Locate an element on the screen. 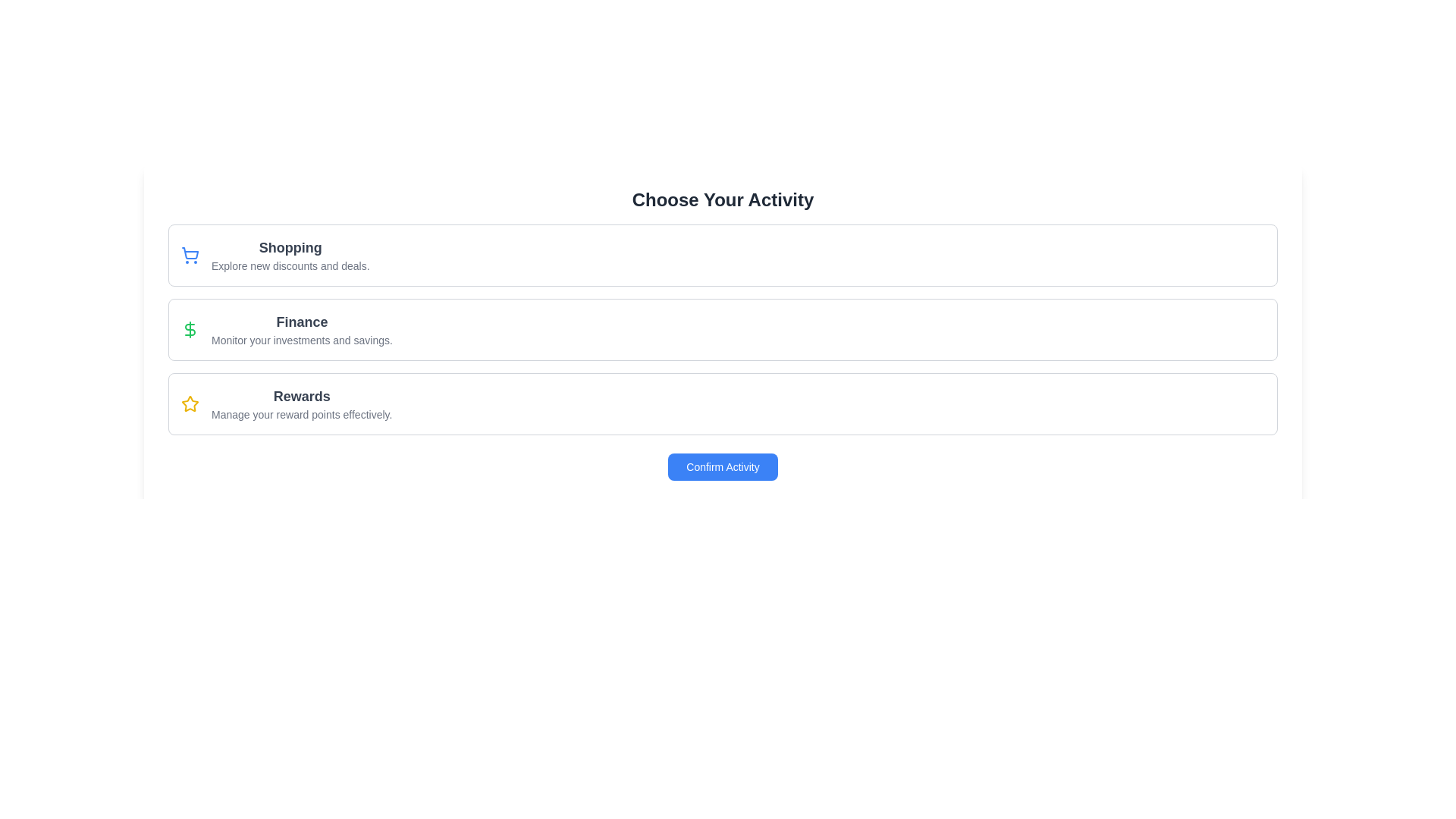 This screenshot has height=819, width=1456. the star-shaped icon with a yellow outline and white fill, positioned near the 'Rewards' label at the bottom-most part of the UI is located at coordinates (189, 403).